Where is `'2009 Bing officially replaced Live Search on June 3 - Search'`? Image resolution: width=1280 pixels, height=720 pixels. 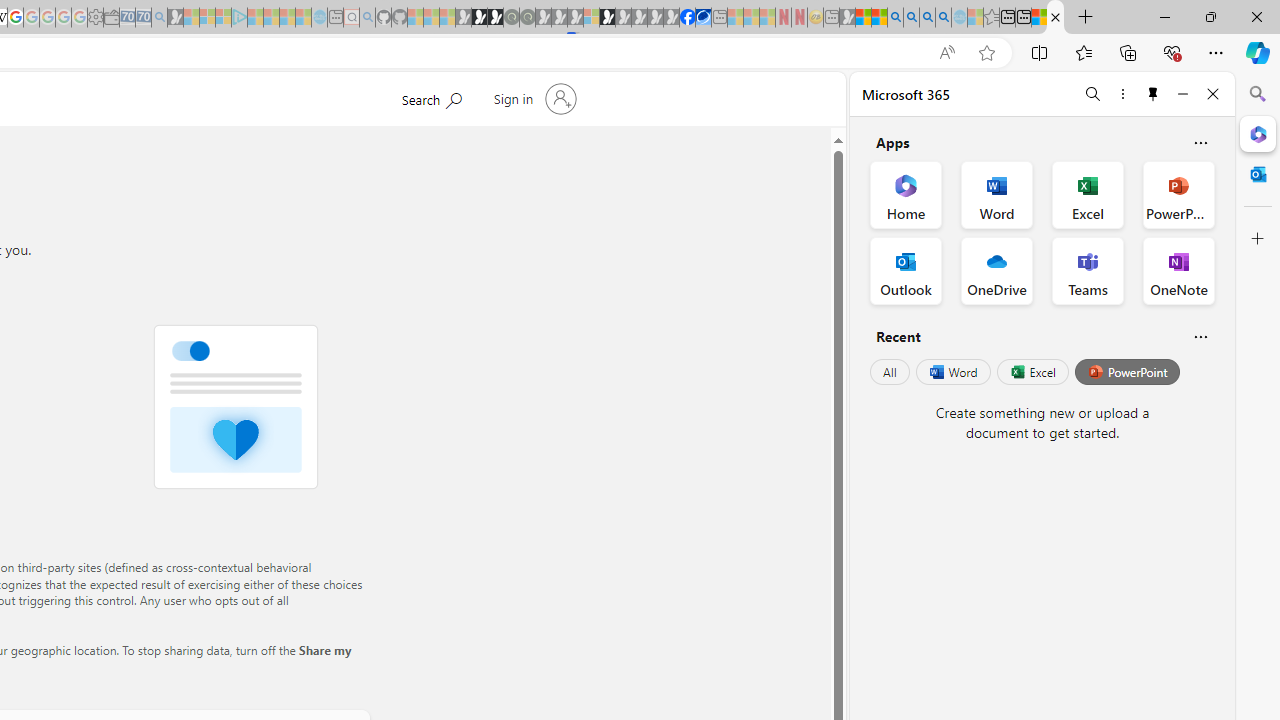 '2009 Bing officially replaced Live Search on June 3 - Search' is located at coordinates (910, 17).